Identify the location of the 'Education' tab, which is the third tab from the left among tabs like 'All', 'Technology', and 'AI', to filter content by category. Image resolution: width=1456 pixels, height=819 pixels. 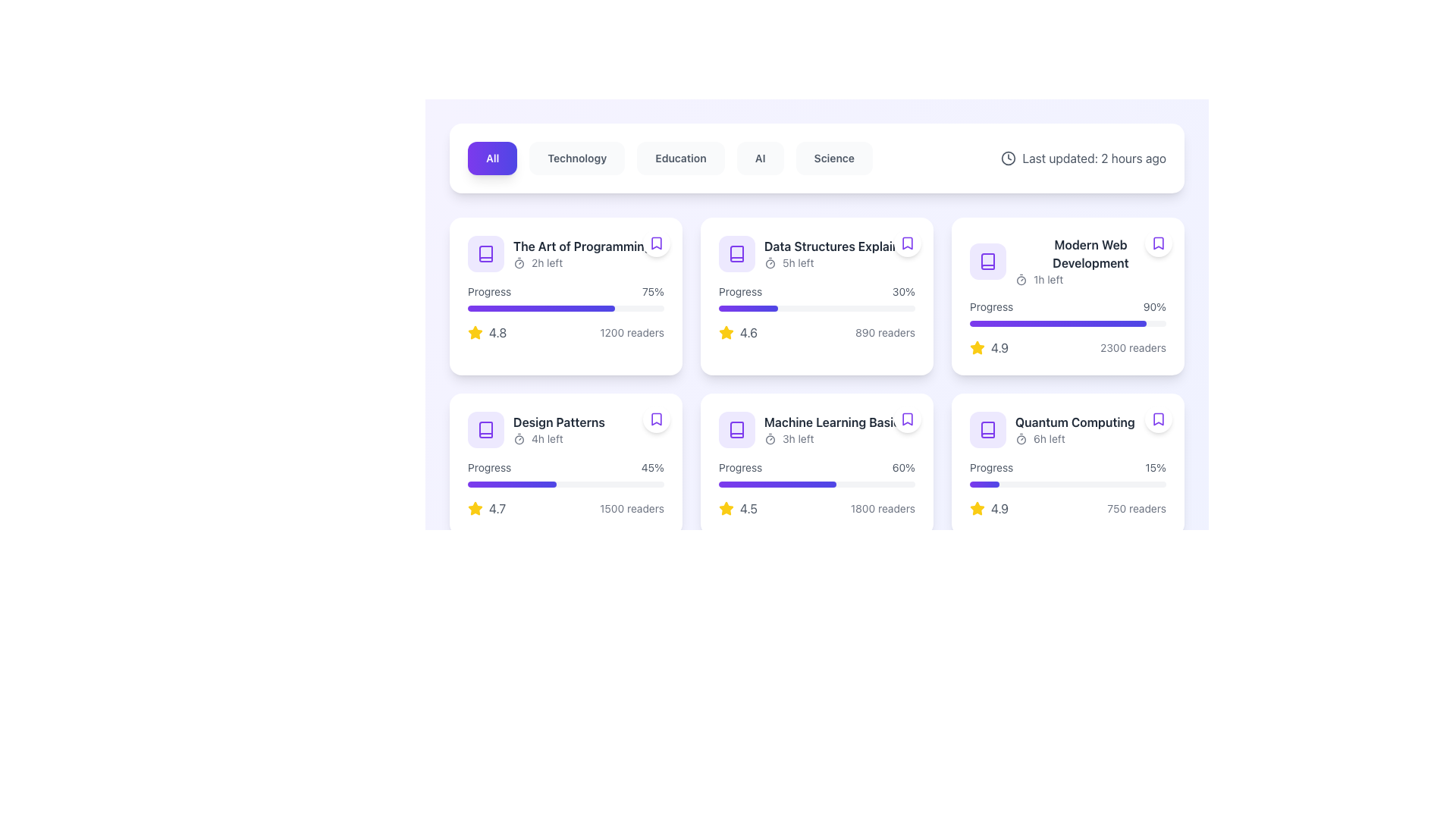
(669, 158).